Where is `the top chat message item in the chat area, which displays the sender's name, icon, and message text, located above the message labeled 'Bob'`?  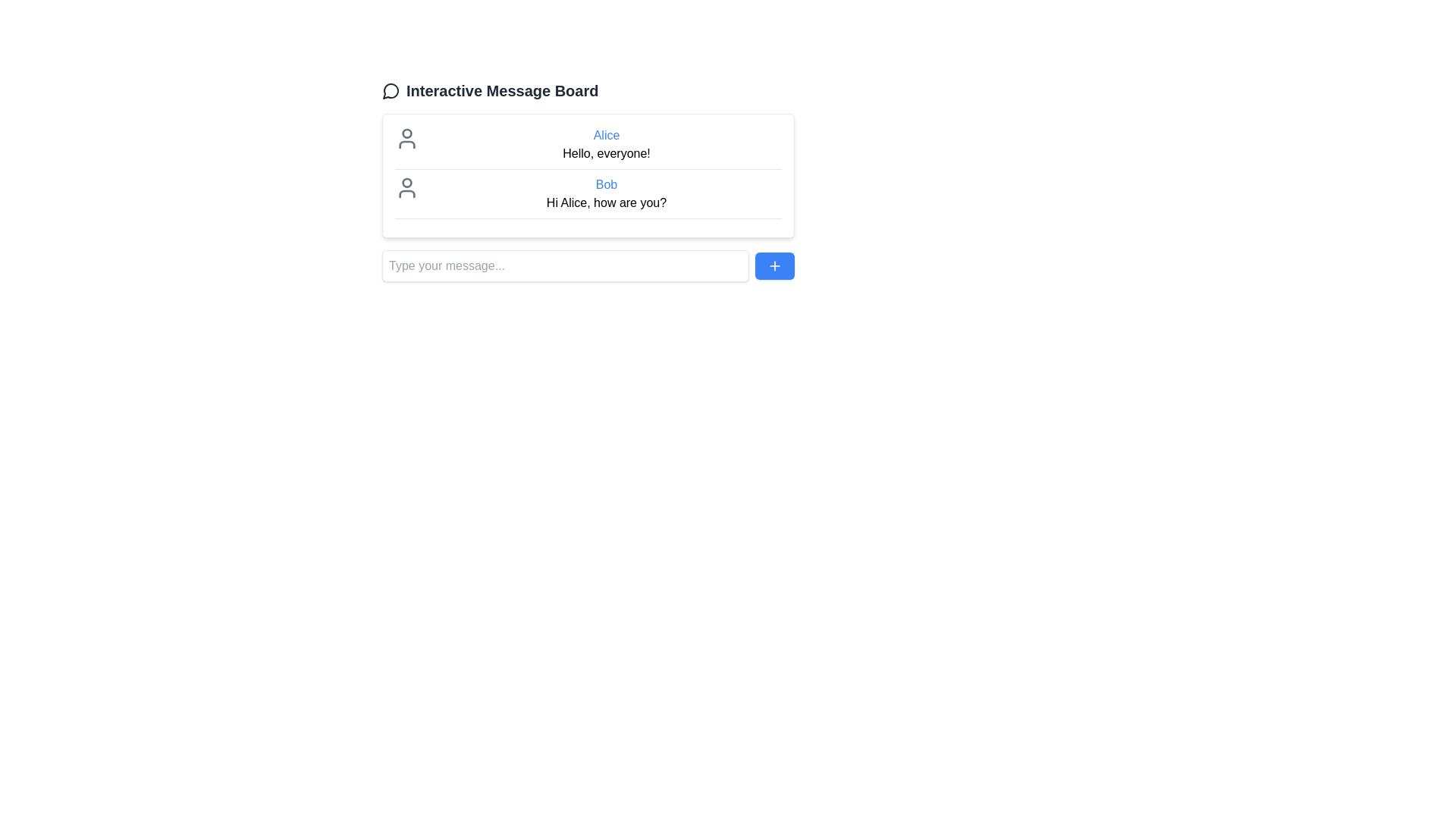 the top chat message item in the chat area, which displays the sender's name, icon, and message text, located above the message labeled 'Bob' is located at coordinates (588, 148).